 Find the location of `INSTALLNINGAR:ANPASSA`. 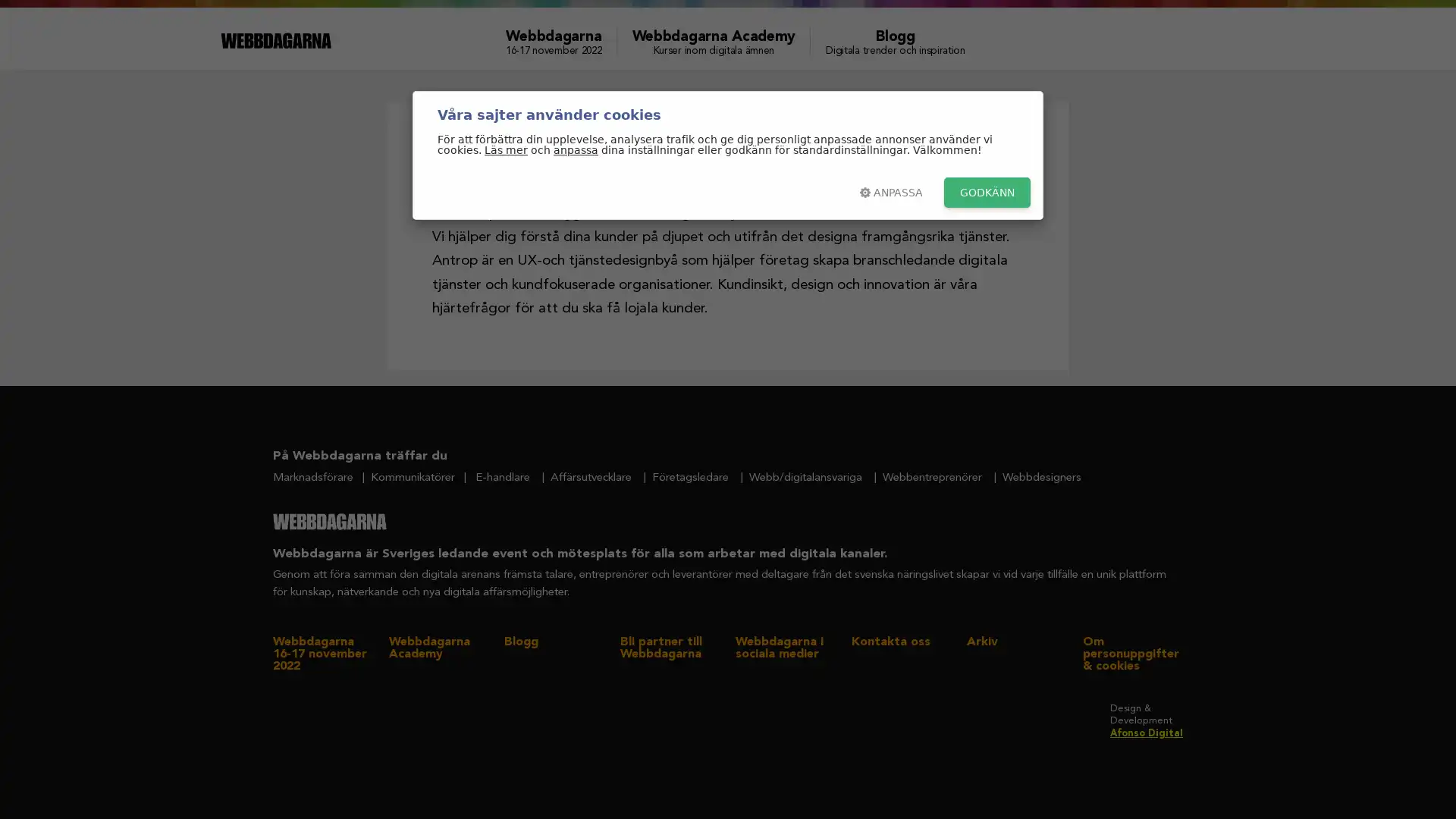

INSTALLNINGAR:ANPASSA is located at coordinates (891, 192).